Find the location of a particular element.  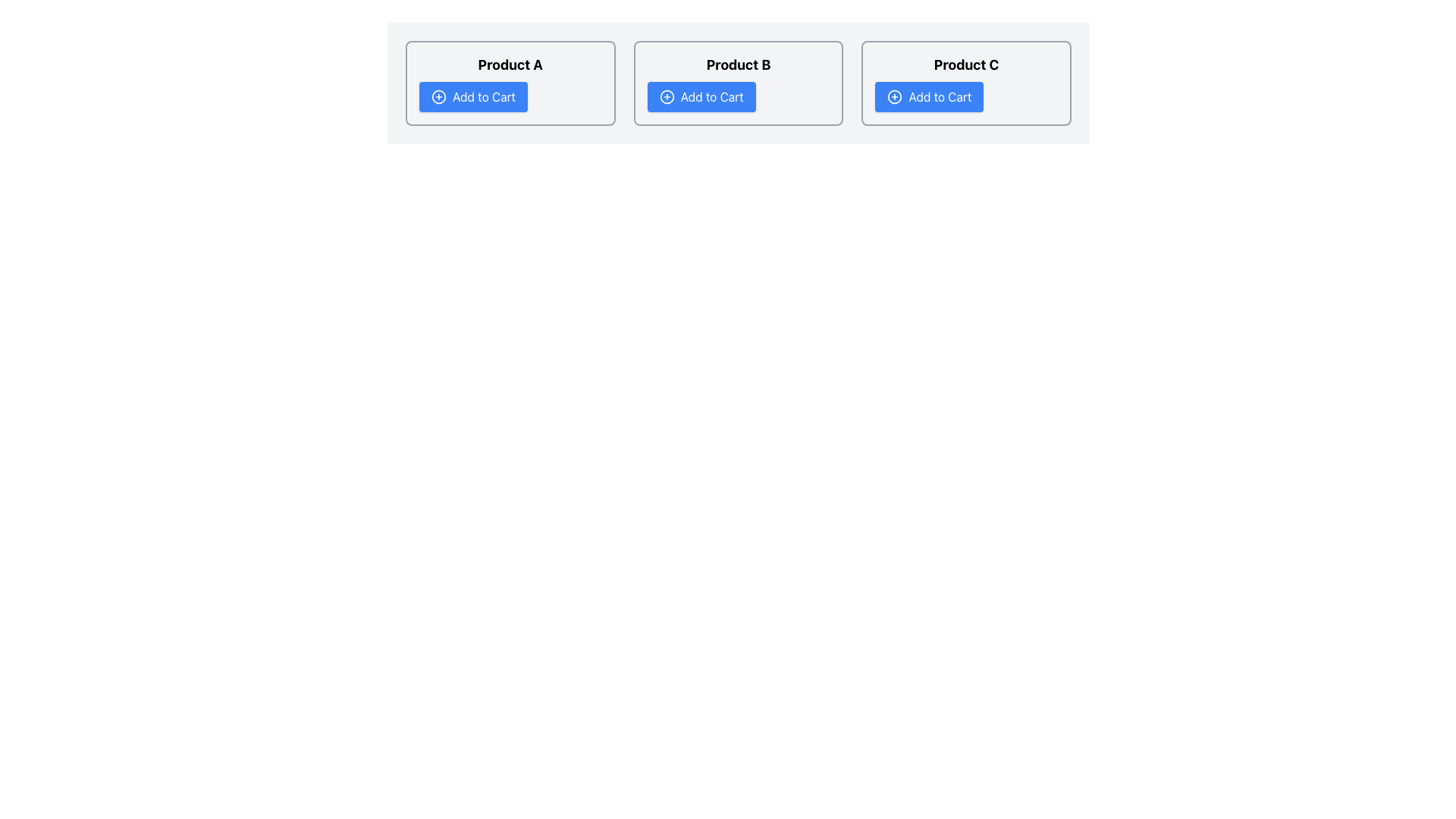

the circular outline of the '+' icon in the 'Add to Cart' button for 'Product C', which is the rightmost button in the row of similar buttons is located at coordinates (895, 96).